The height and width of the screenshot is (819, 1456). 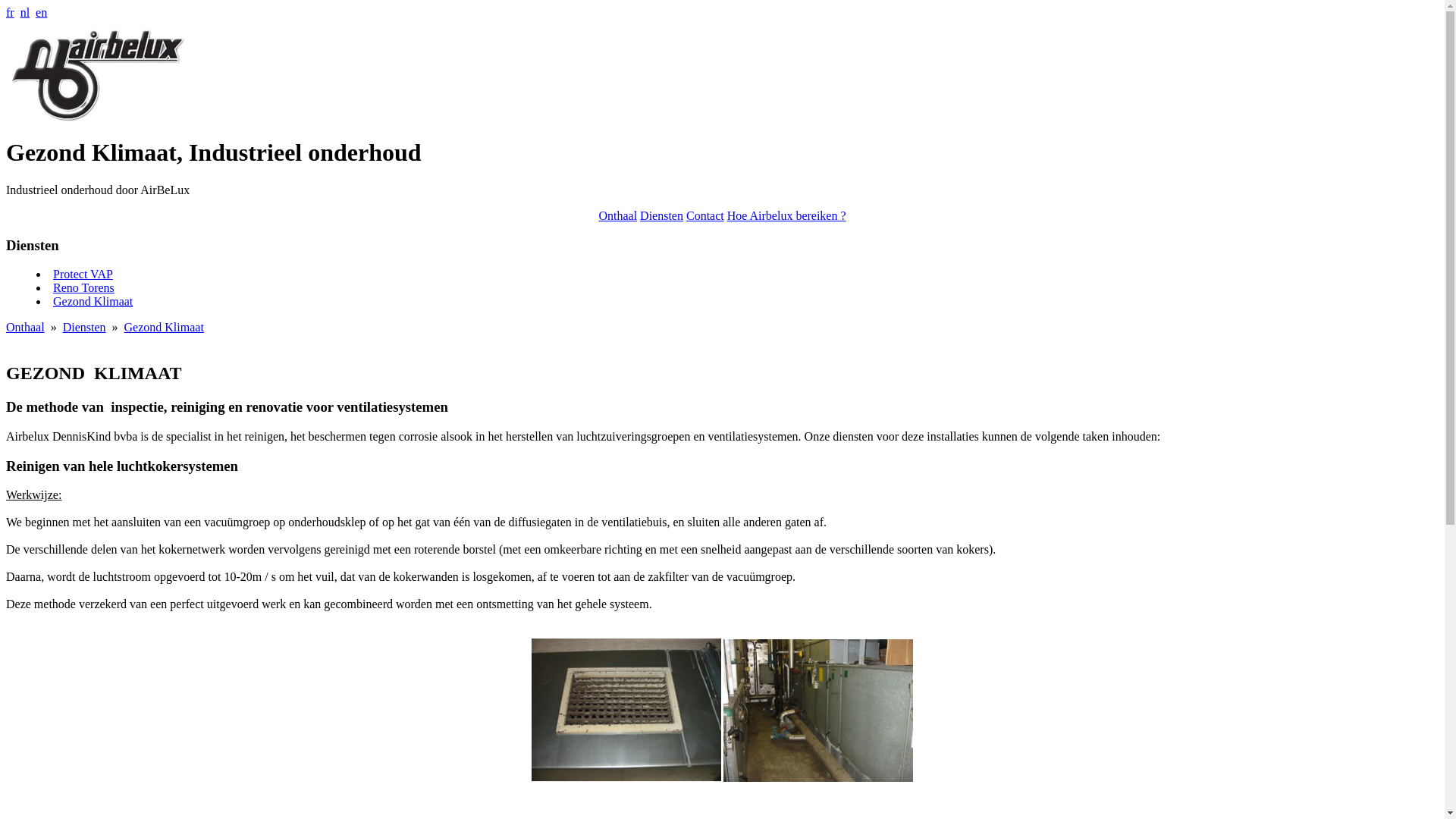 I want to click on 'nl', so click(x=20, y=12).